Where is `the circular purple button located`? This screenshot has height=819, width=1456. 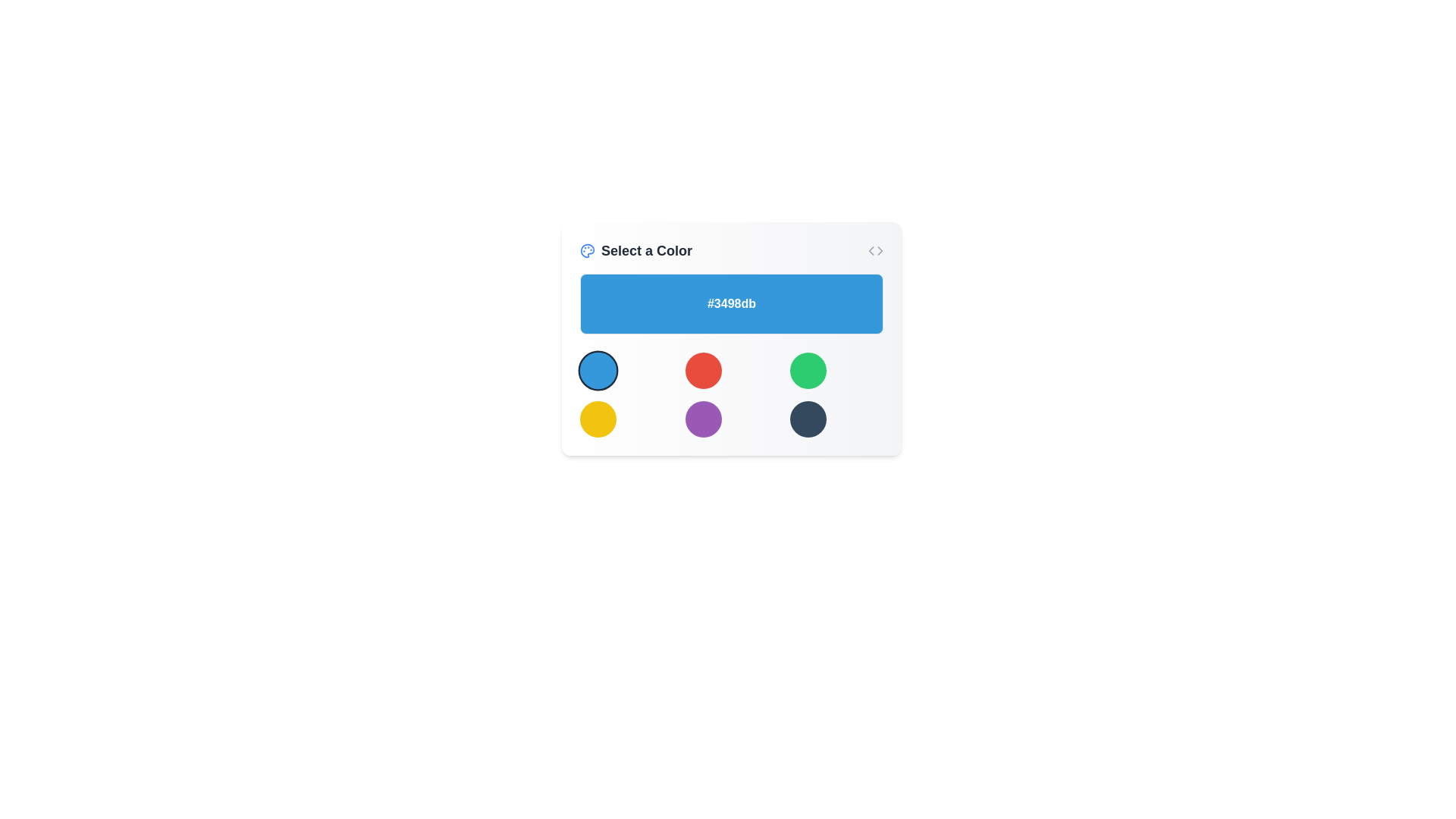 the circular purple button located is located at coordinates (702, 419).